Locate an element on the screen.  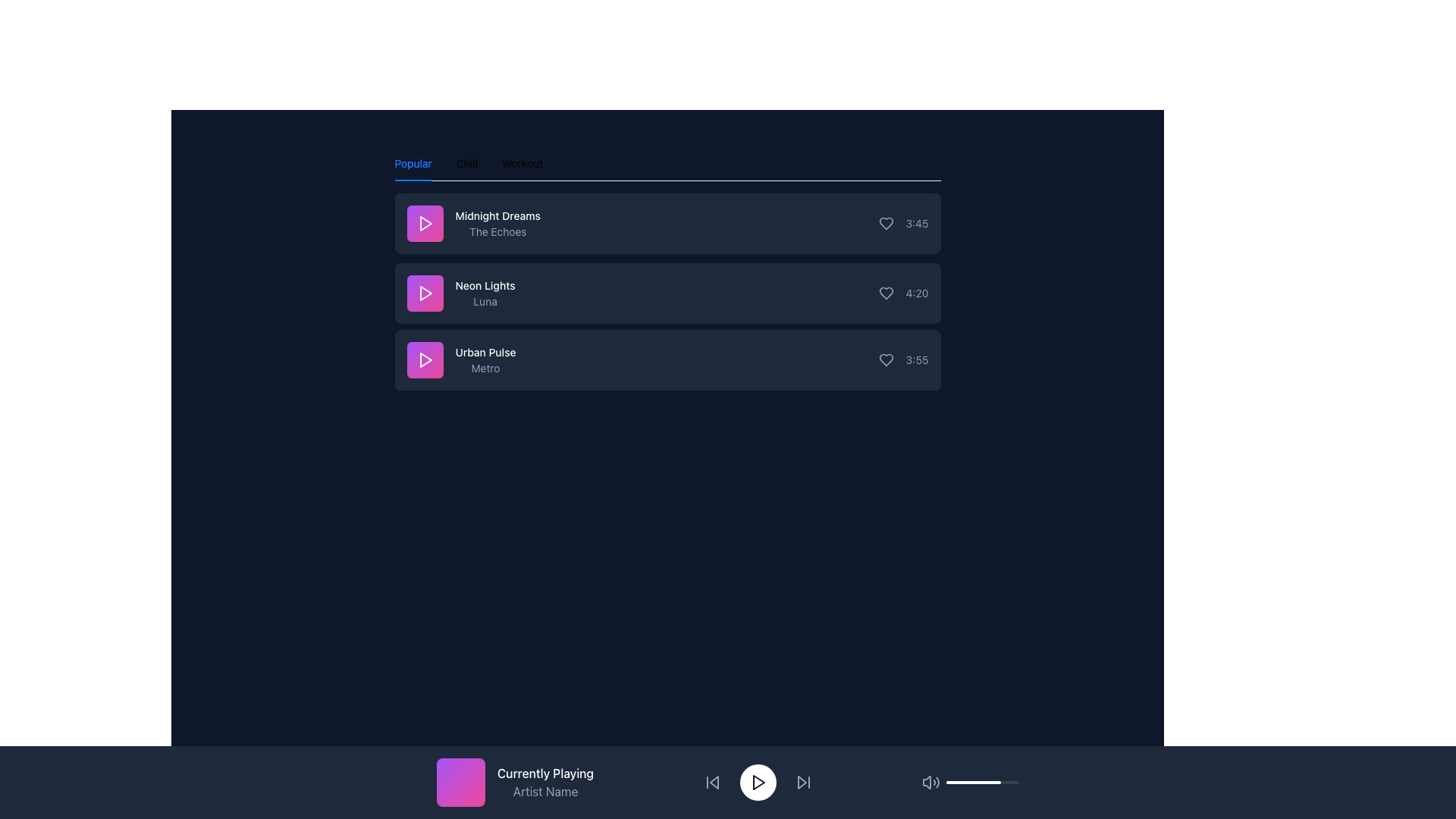
the 'Popular' tab, which is the first tab in the horizontal tab layout at the top left of the main content area is located at coordinates (413, 164).